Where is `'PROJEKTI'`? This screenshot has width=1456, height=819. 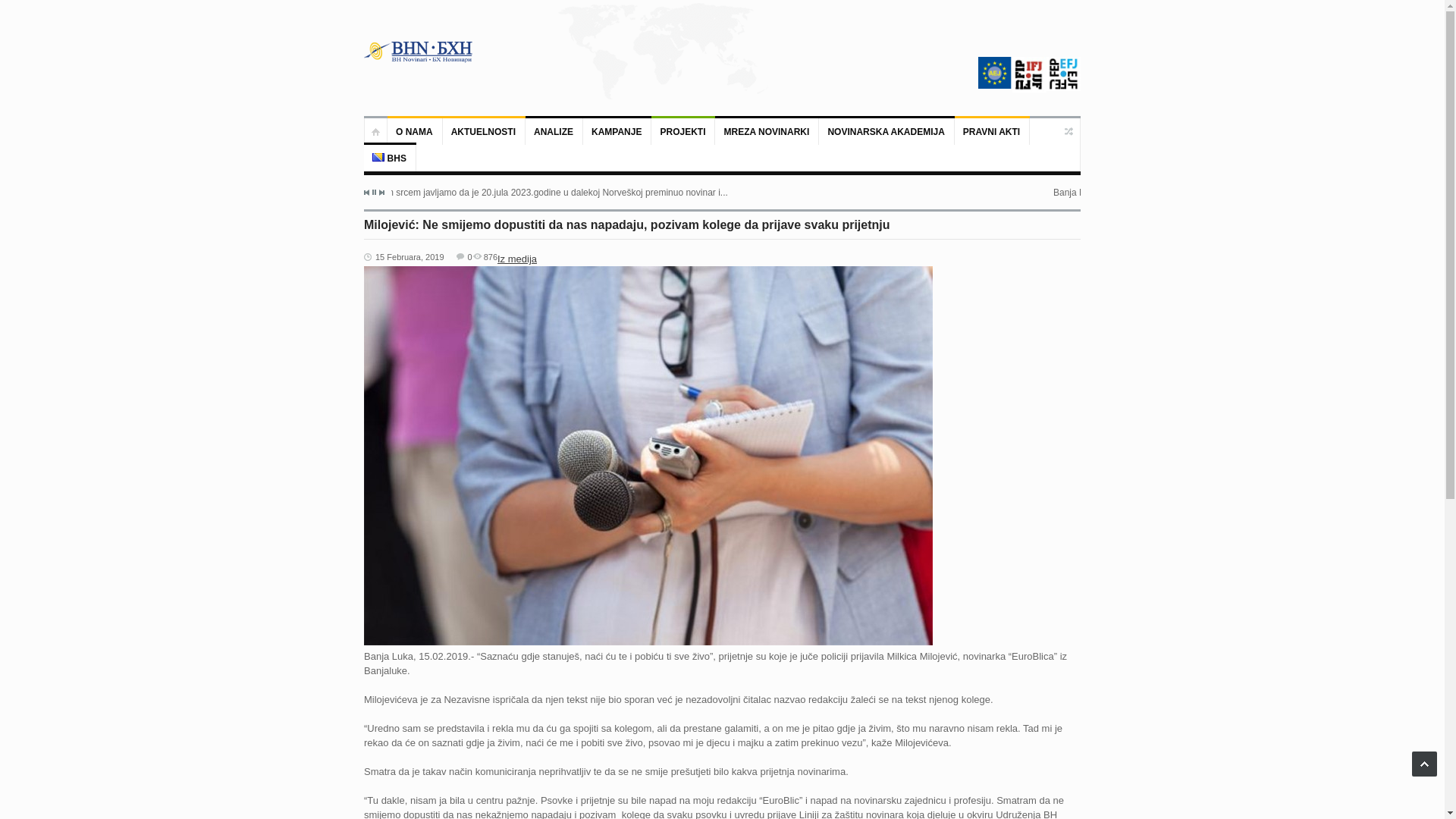 'PROJEKTI' is located at coordinates (682, 130).